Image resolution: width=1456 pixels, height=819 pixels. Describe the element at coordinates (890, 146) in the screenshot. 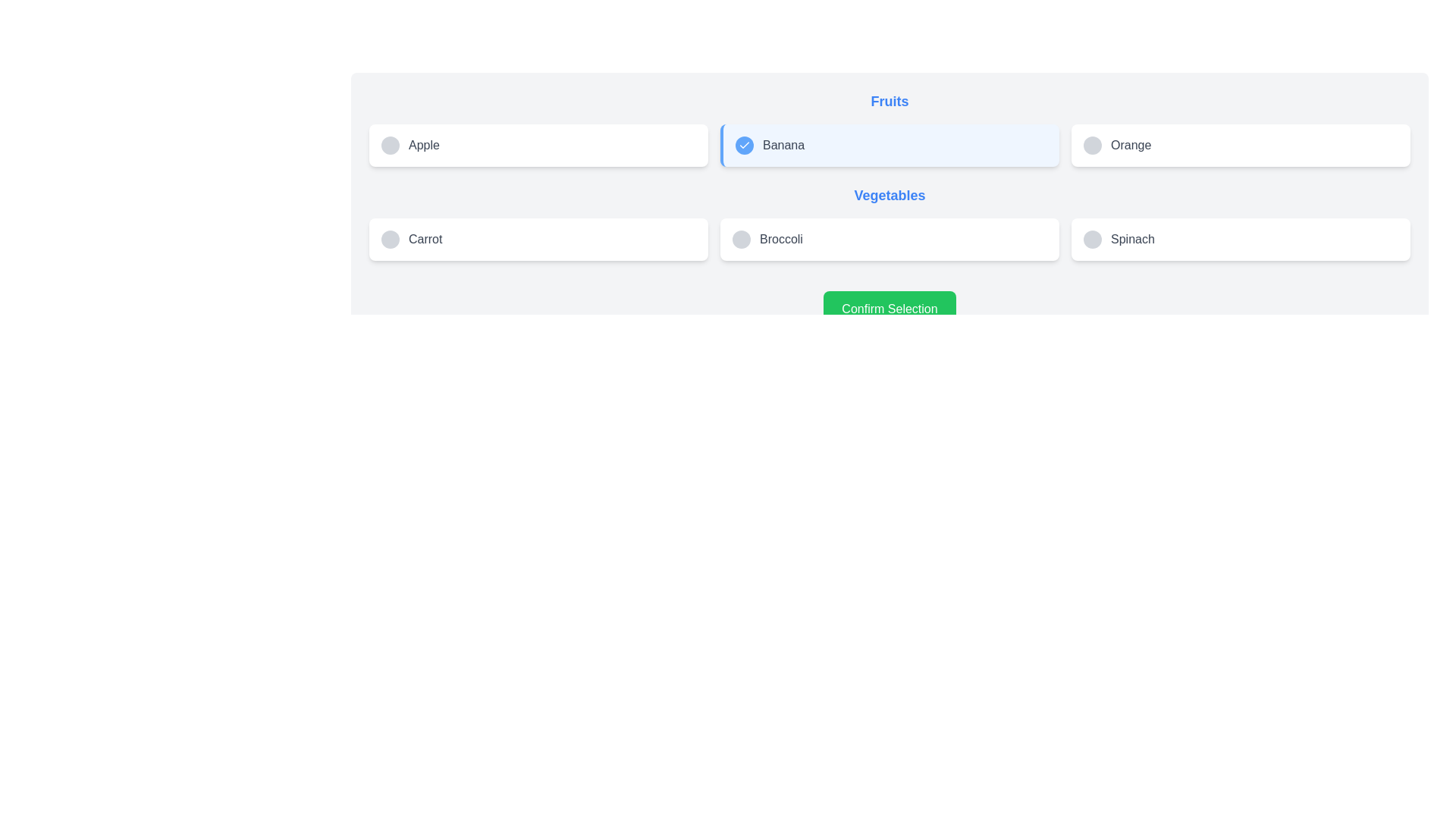

I see `the button labeled 'Banana'` at that location.